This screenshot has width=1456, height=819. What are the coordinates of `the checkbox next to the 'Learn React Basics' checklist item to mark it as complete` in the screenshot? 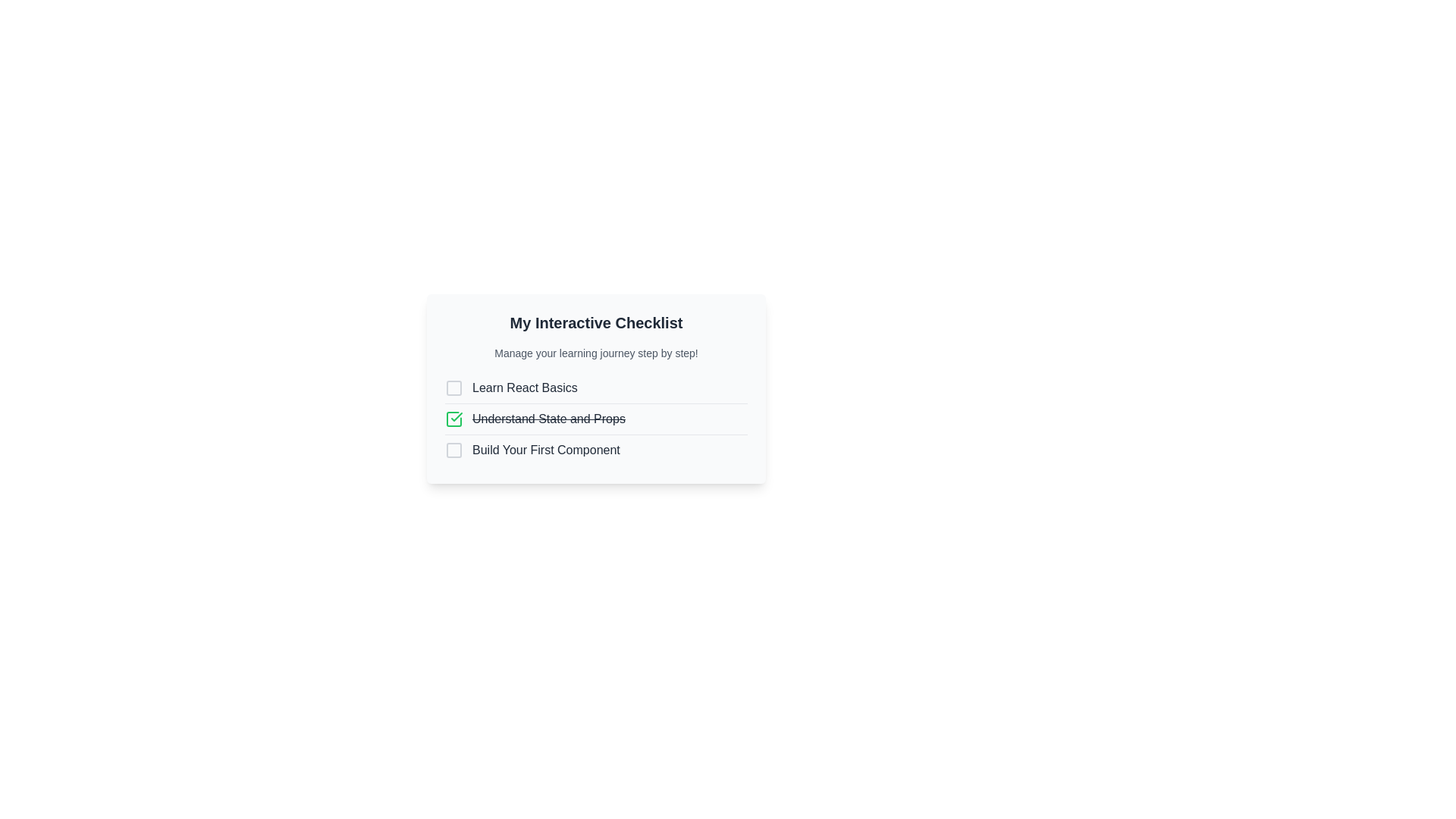 It's located at (595, 388).